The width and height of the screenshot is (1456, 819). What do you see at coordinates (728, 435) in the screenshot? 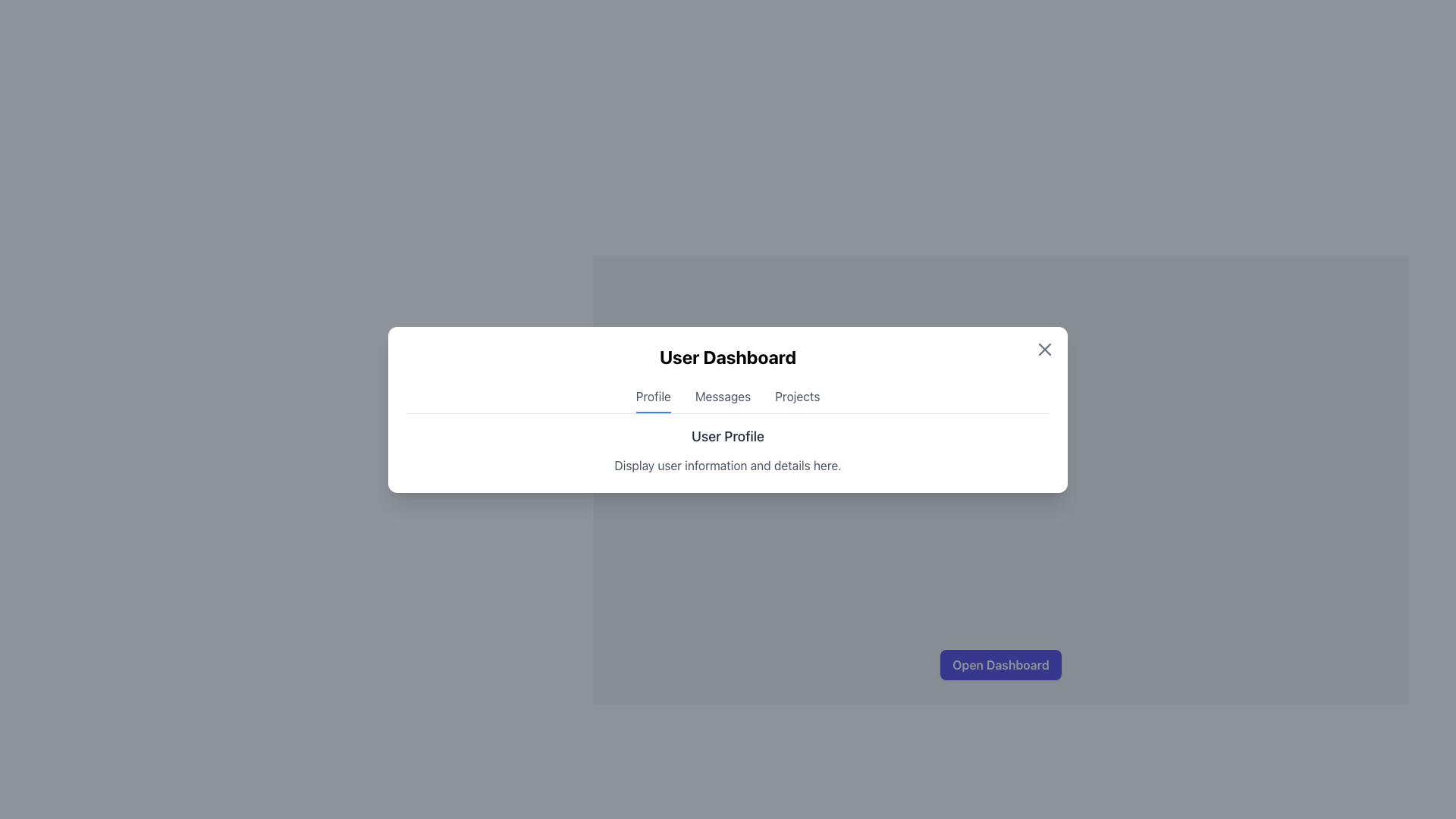
I see `the Text Label that serves as a header for the user profile section, positioned above the user information text and below the navigation bar` at bounding box center [728, 435].